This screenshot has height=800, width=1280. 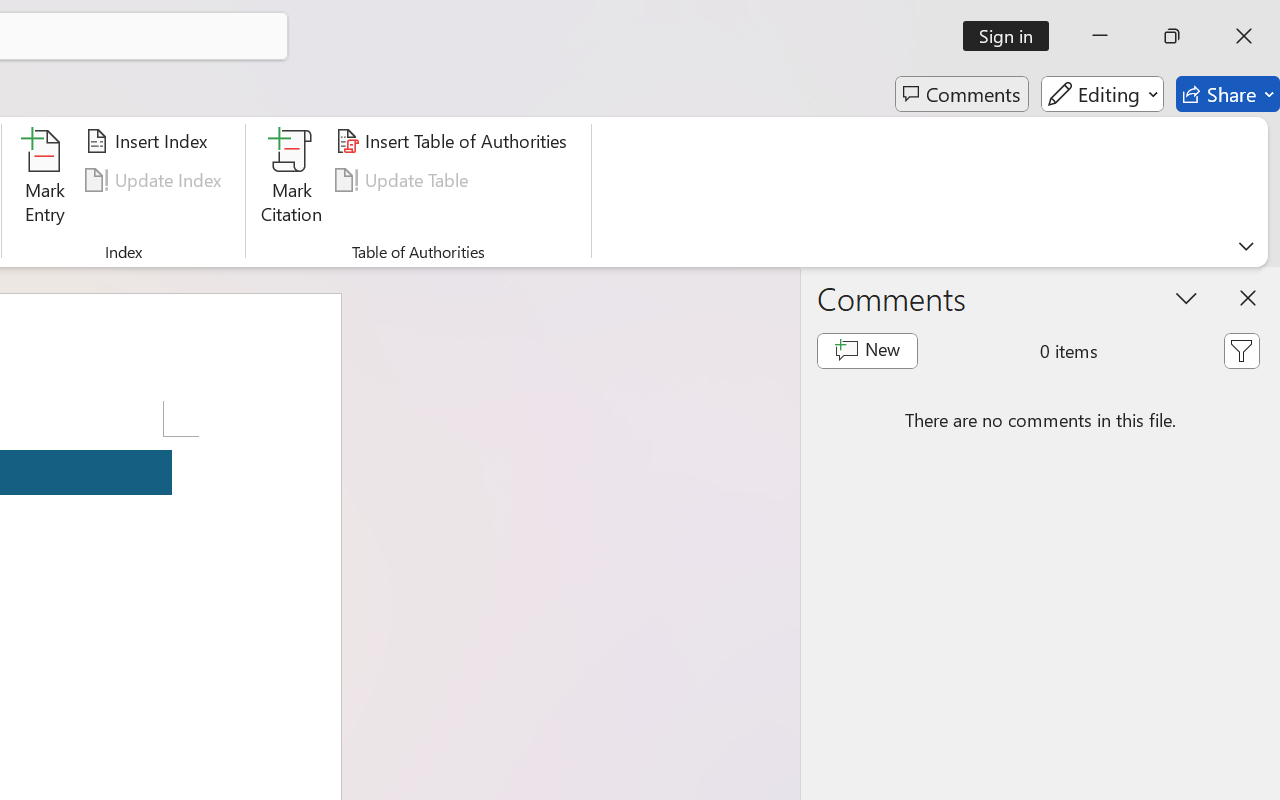 What do you see at coordinates (1240, 350) in the screenshot?
I see `'Filter'` at bounding box center [1240, 350].